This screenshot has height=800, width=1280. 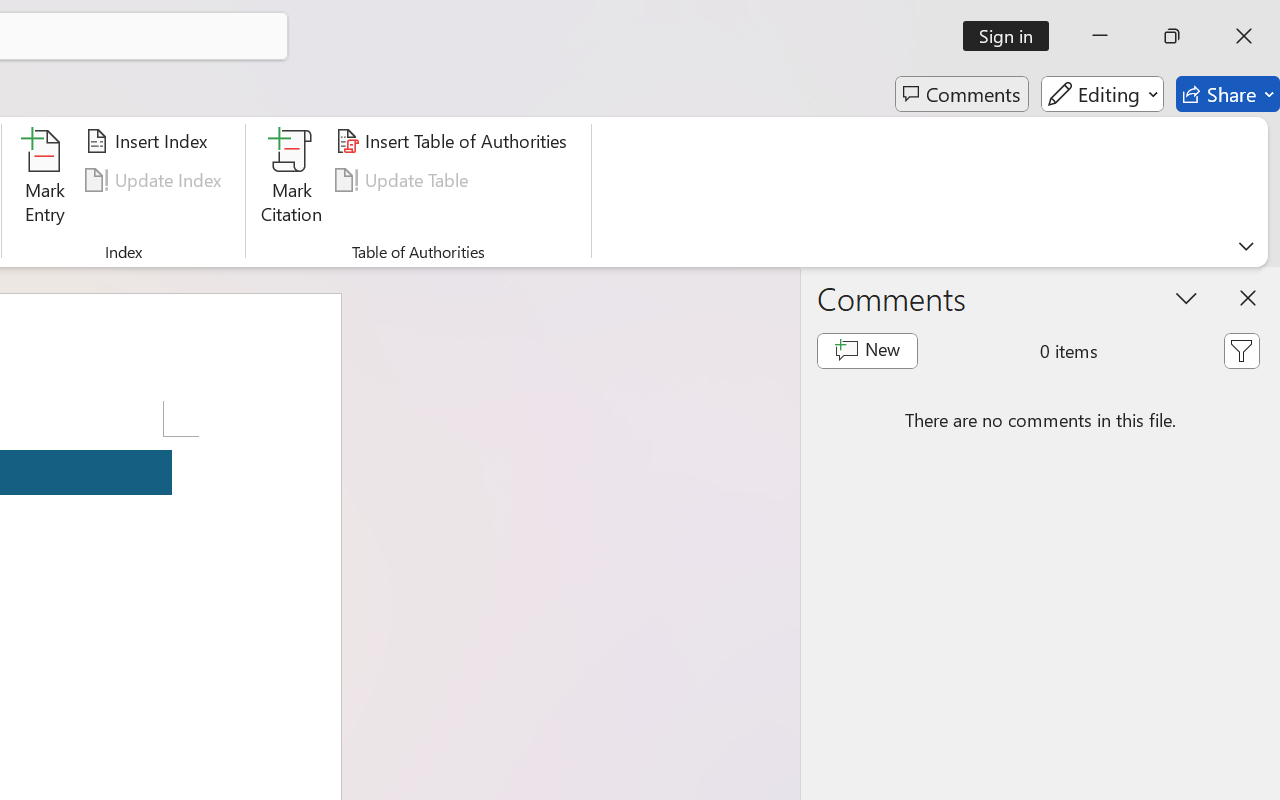 What do you see at coordinates (1240, 350) in the screenshot?
I see `'Filter'` at bounding box center [1240, 350].